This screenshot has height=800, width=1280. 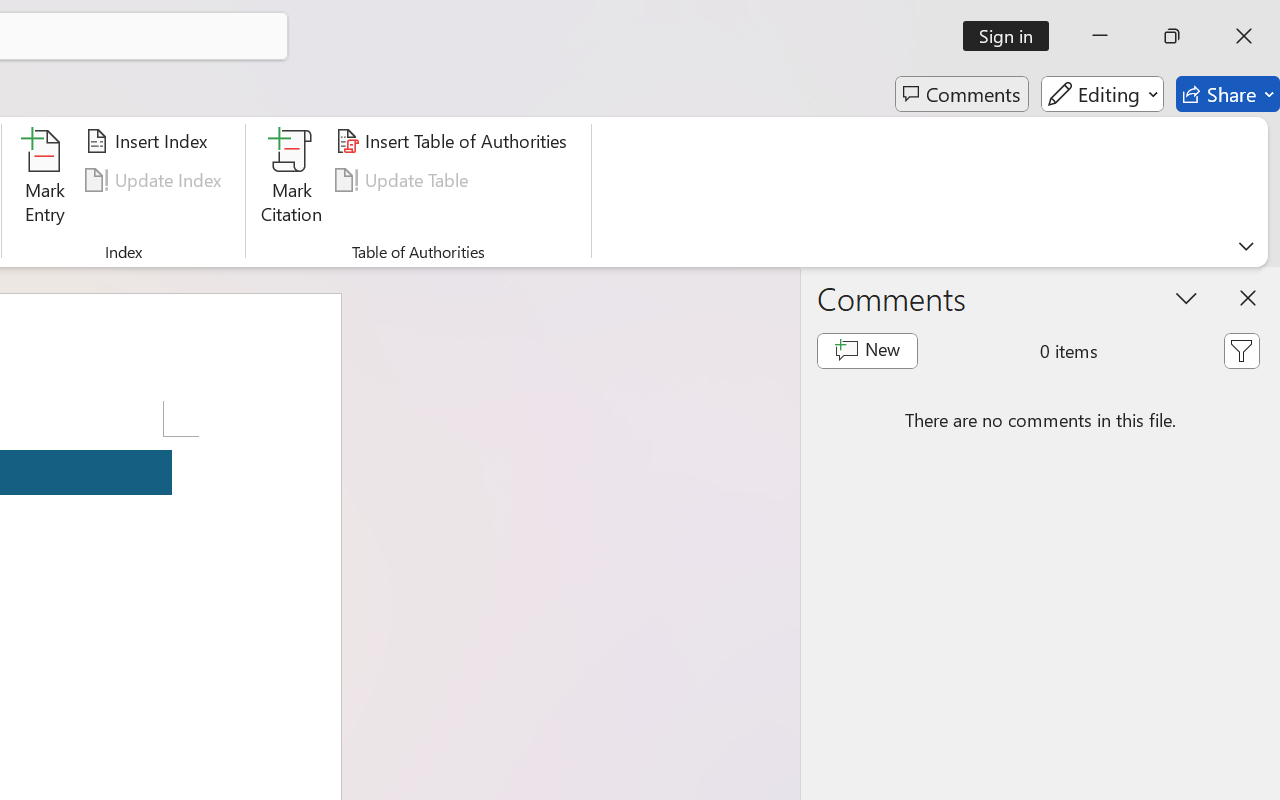 What do you see at coordinates (1240, 350) in the screenshot?
I see `'Filter'` at bounding box center [1240, 350].